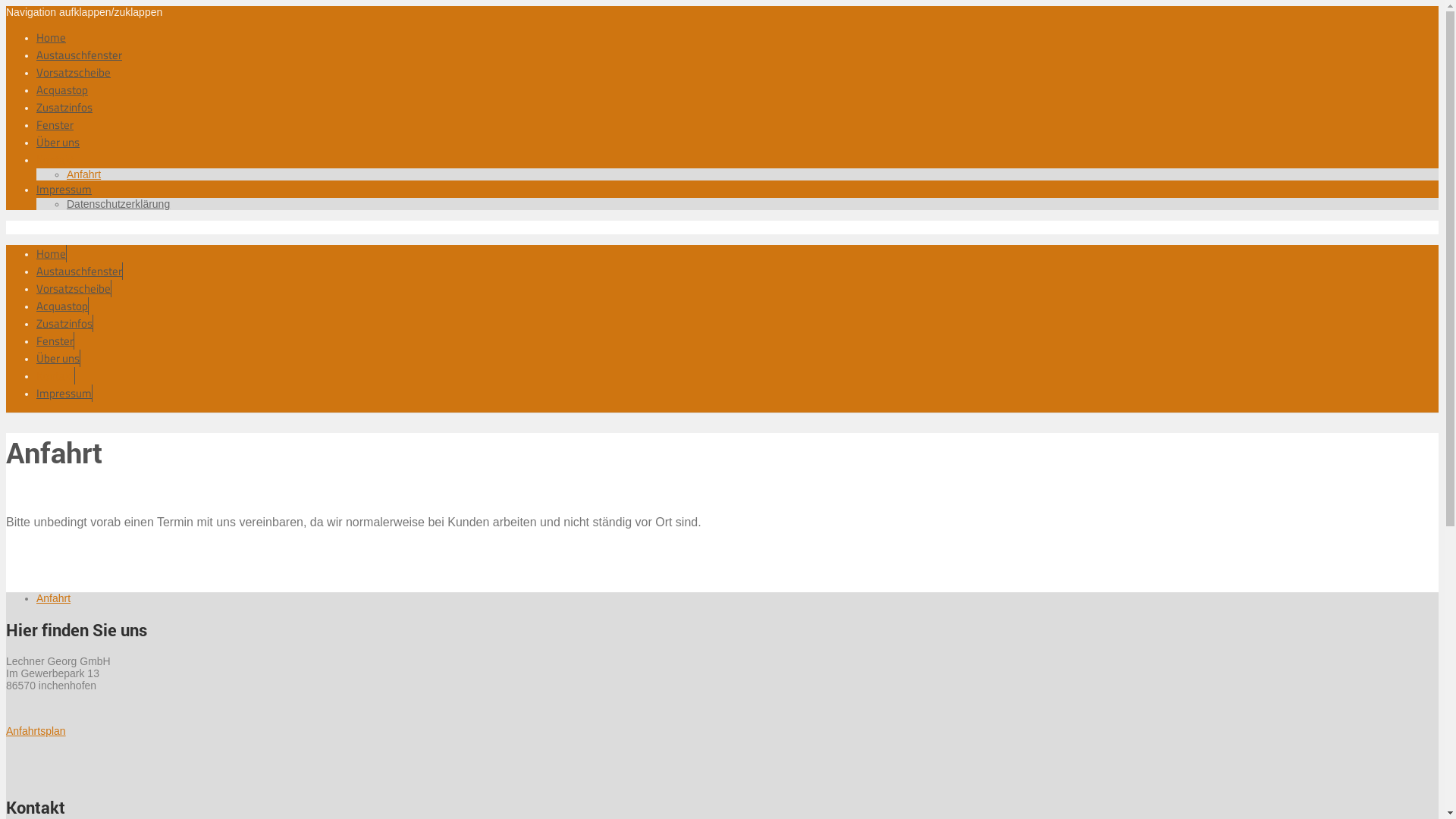 The image size is (1456, 819). Describe the element at coordinates (61, 89) in the screenshot. I see `'Acquastop'` at that location.